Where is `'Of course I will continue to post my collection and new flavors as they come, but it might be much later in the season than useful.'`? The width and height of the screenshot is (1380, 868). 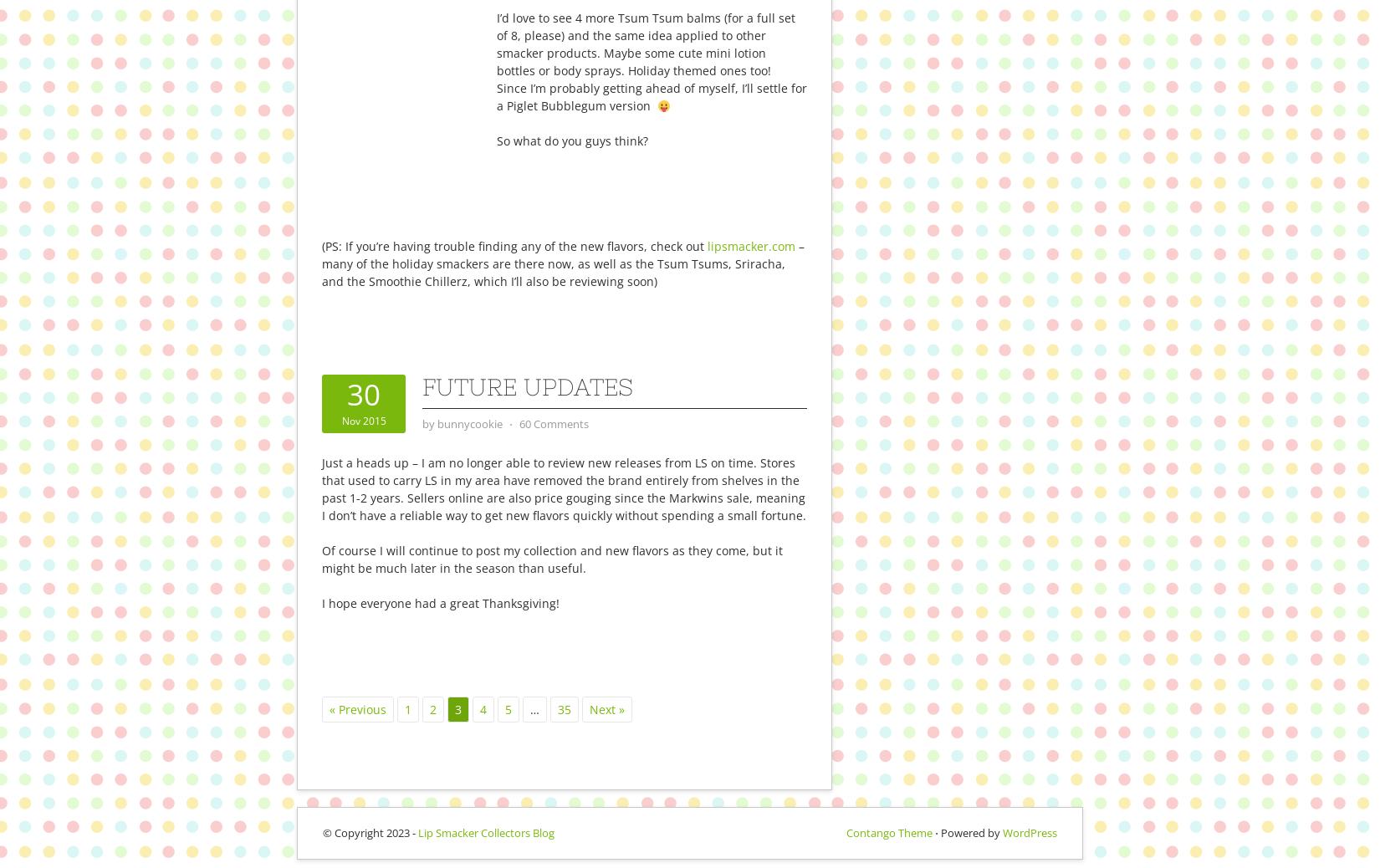
'Of course I will continue to post my collection and new flavors as they come, but it might be much later in the season than useful.' is located at coordinates (551, 557).